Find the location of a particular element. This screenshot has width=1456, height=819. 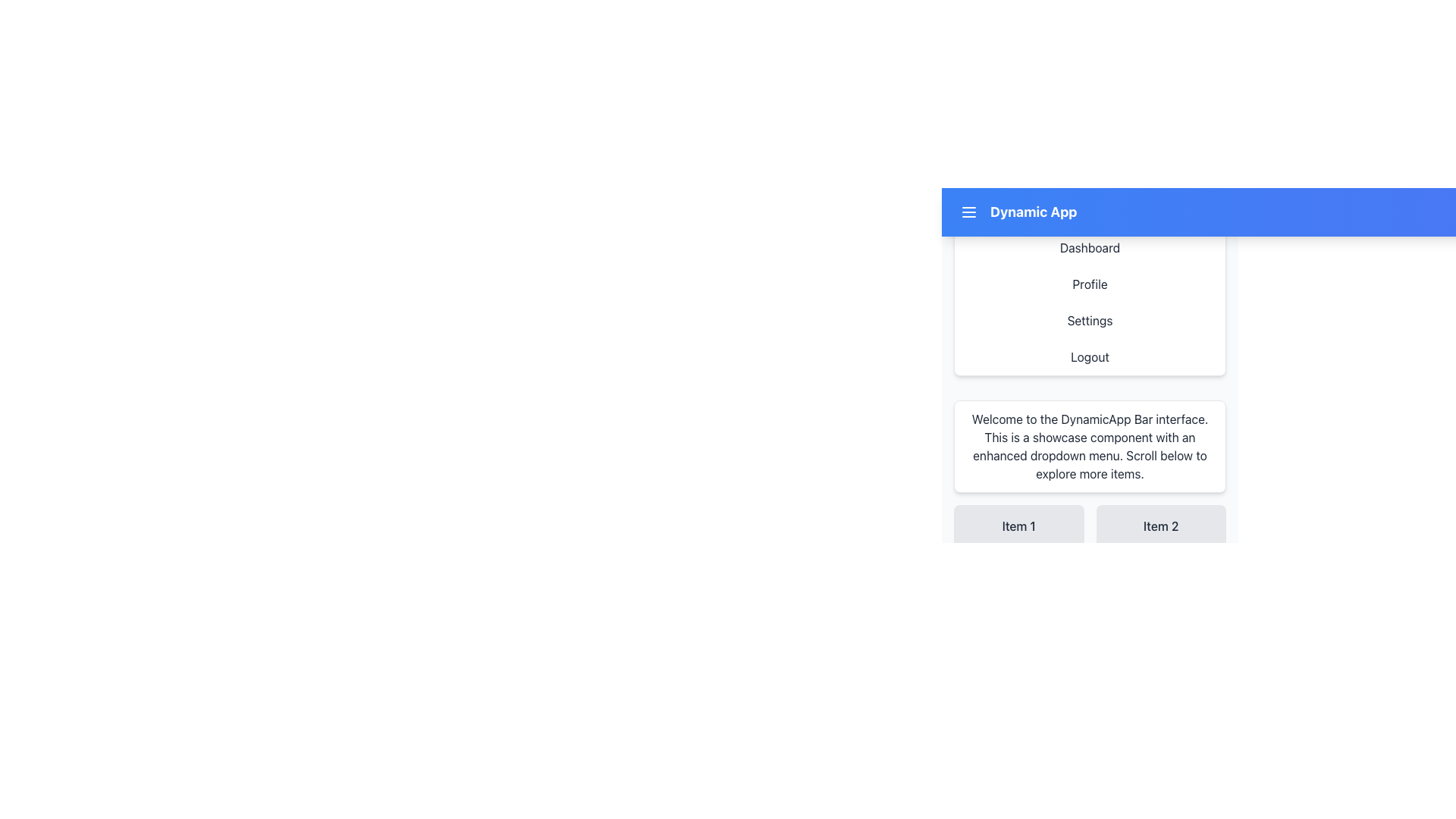

the standard UI block component located at the top-left corner of the grid layout, positioned directly to the left of 'Item 2' is located at coordinates (1018, 526).